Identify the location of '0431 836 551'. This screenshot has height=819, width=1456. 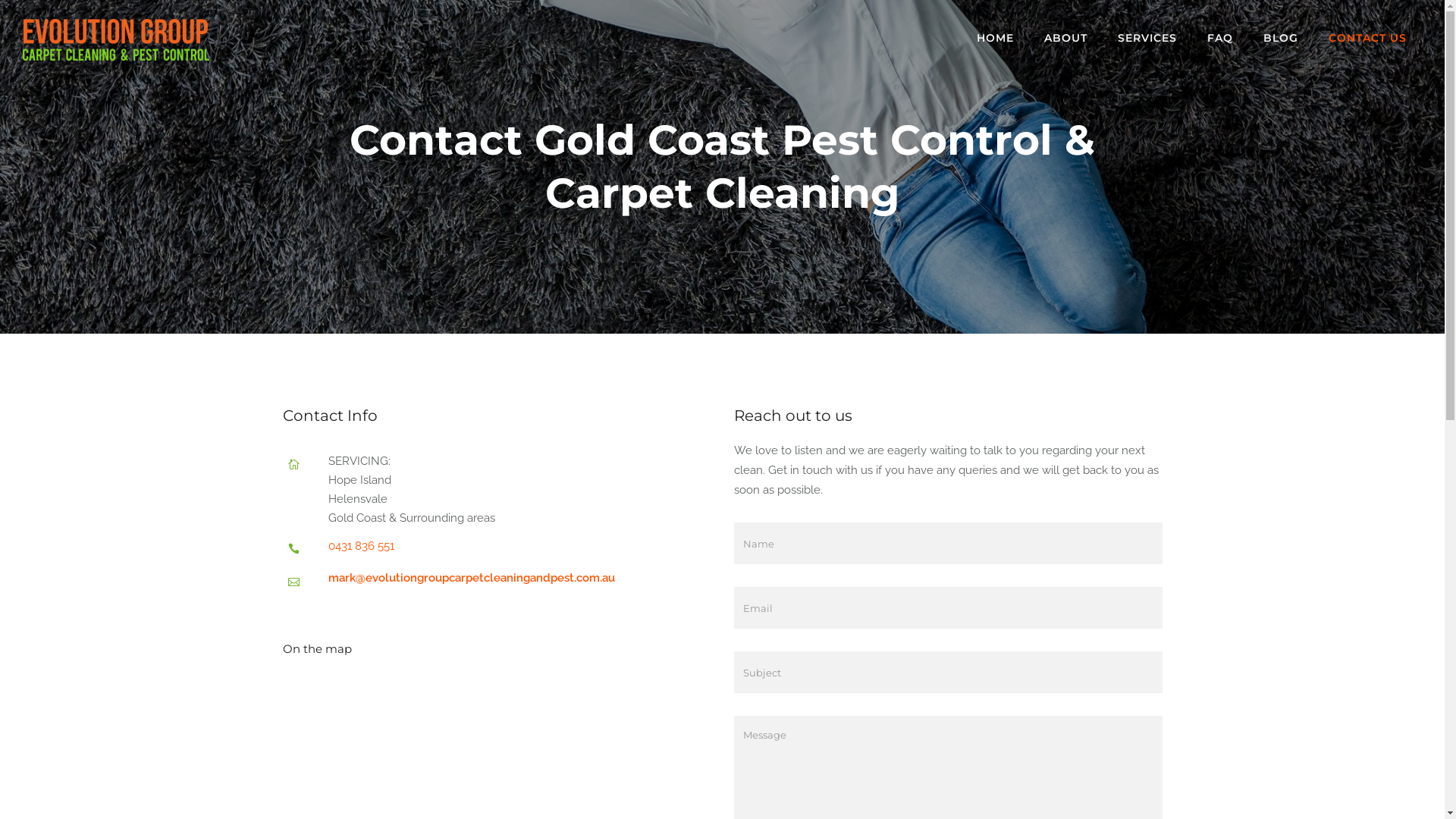
(359, 546).